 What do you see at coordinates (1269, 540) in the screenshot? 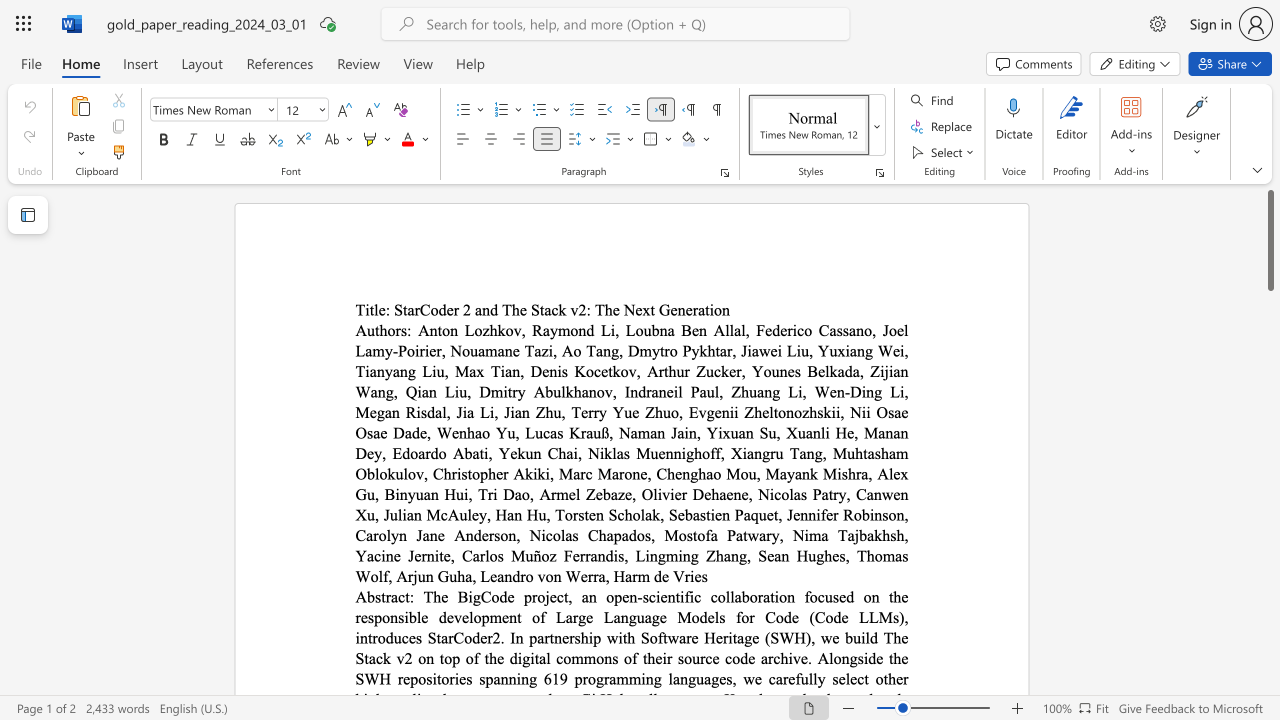
I see `the scrollbar to move the page downward` at bounding box center [1269, 540].